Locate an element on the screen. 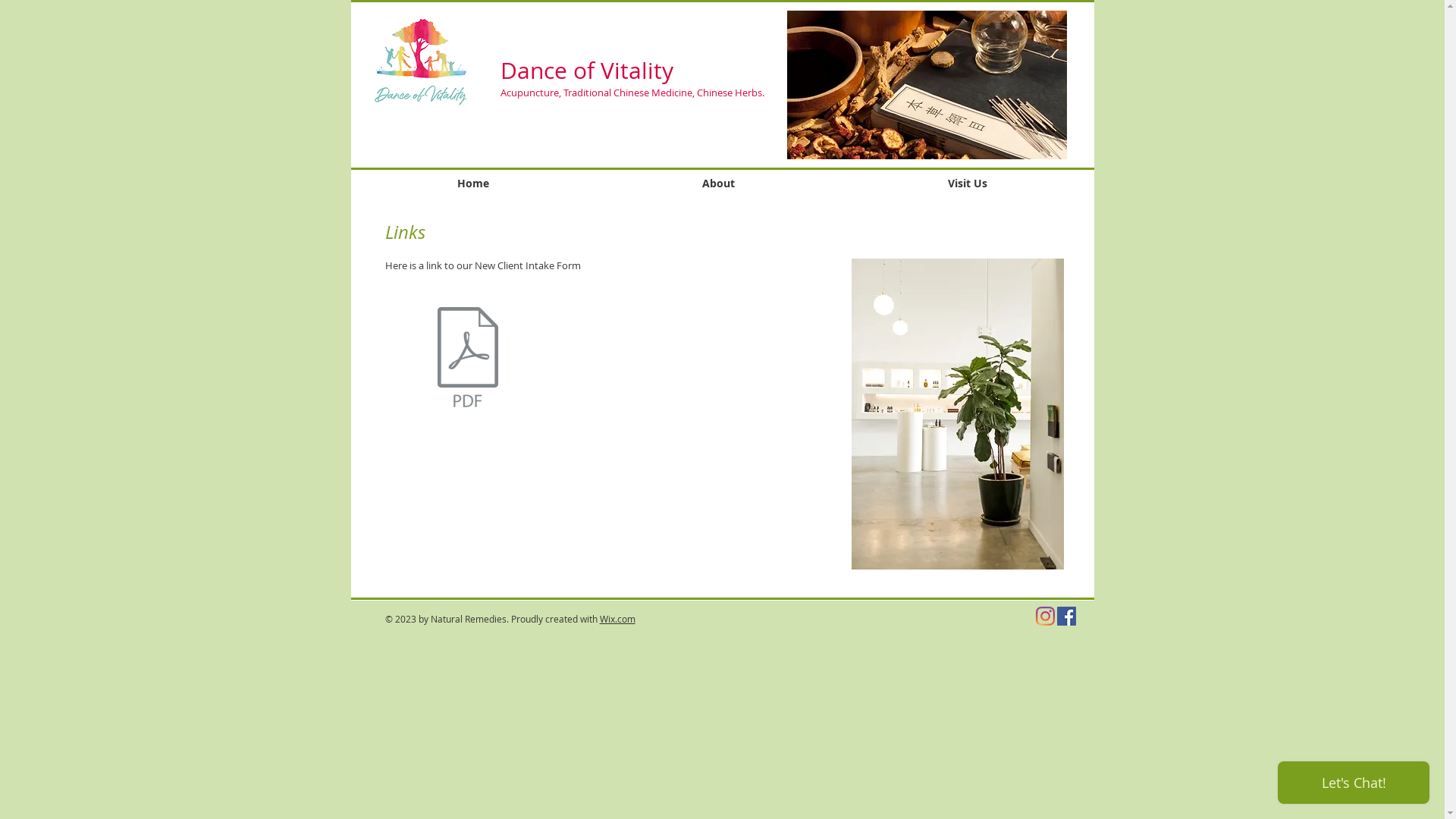 The image size is (1456, 819). 'About' is located at coordinates (718, 183).